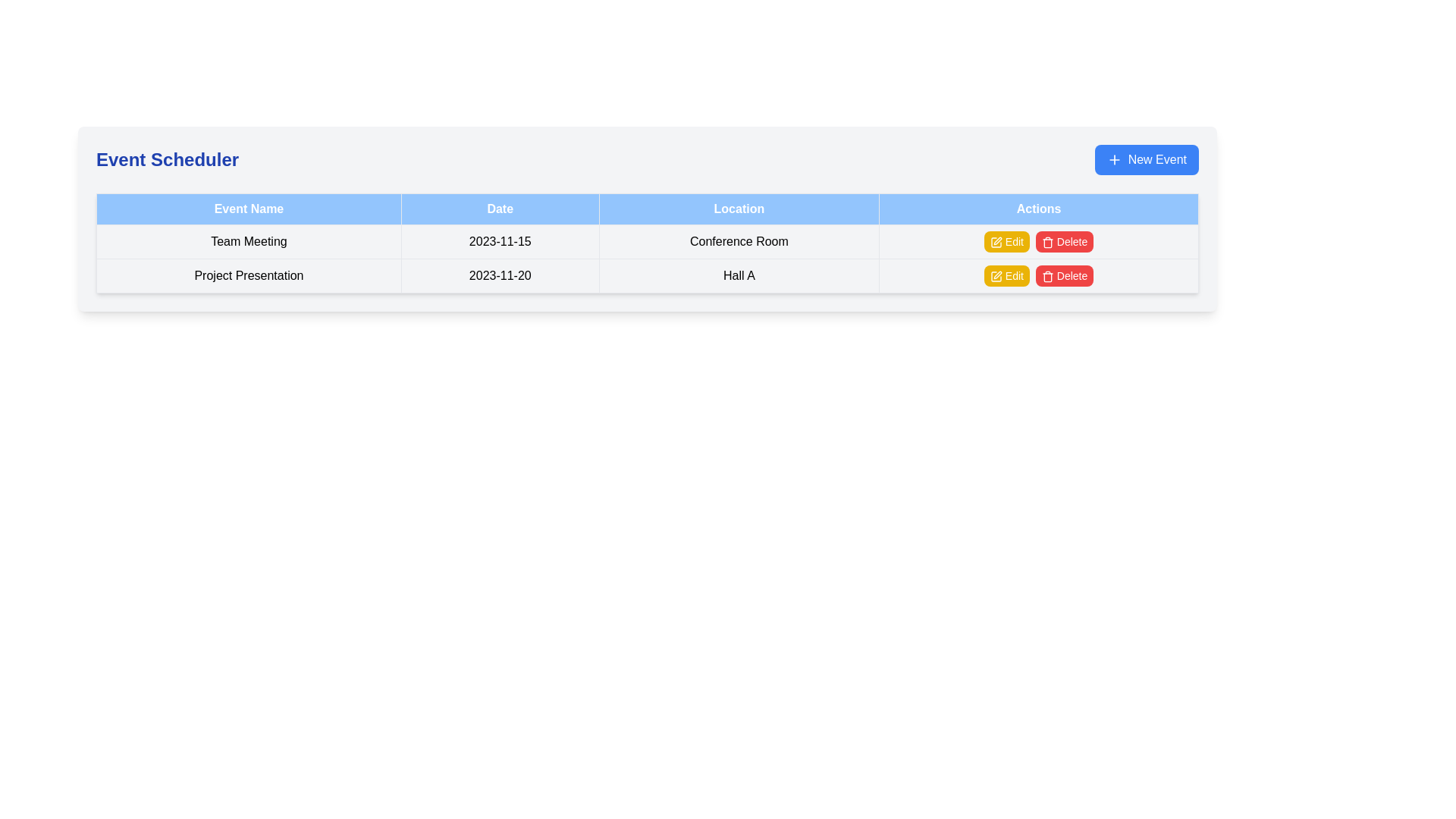  Describe the element at coordinates (996, 242) in the screenshot. I see `the pen icon located inside the yellow 'Edit' button in the 'Actions' column of the second row of the table to observe the hover effects` at that location.